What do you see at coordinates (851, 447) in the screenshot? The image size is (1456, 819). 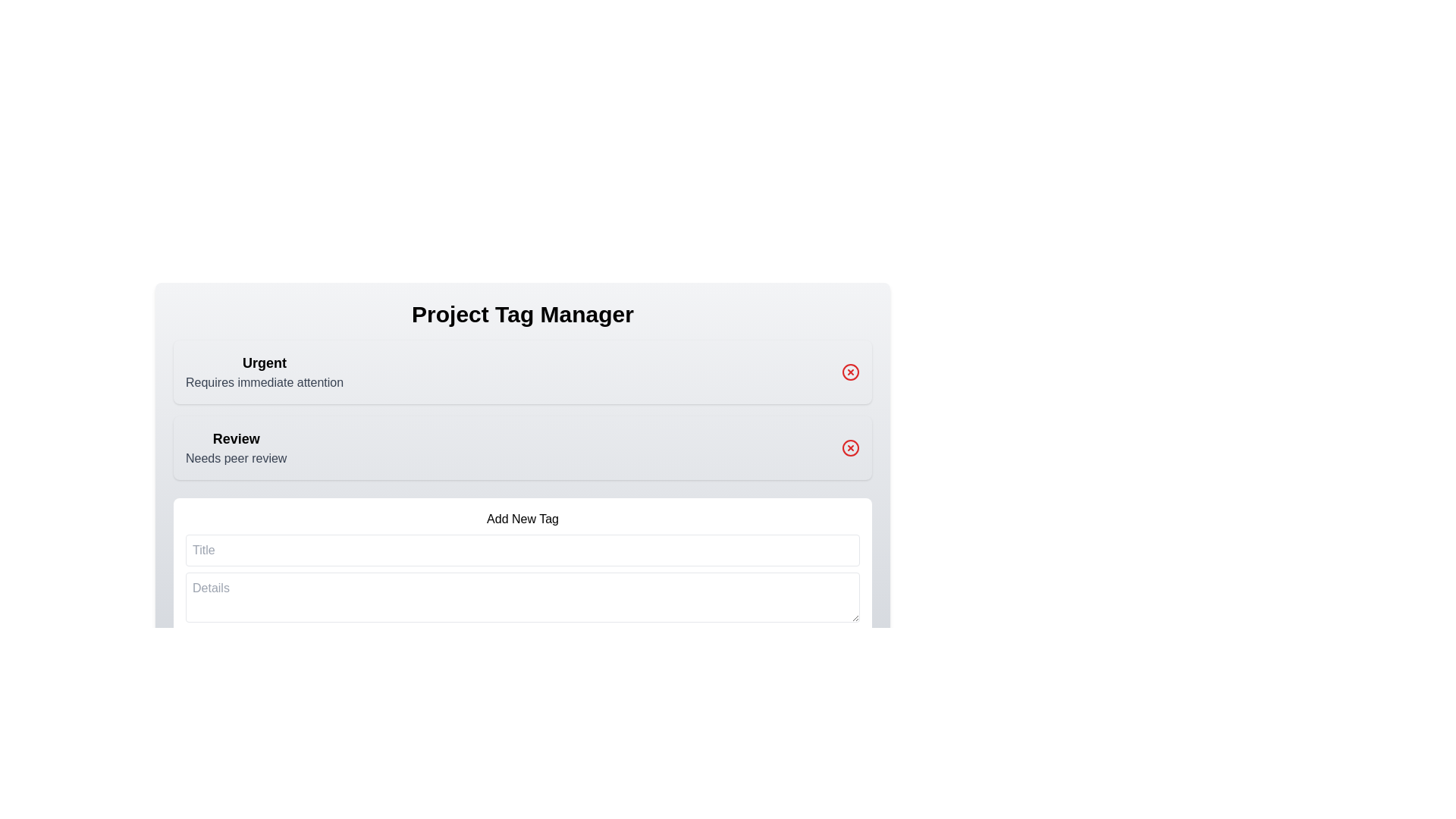 I see `the second close button located on the right side of the 'Review Needs peer review' section` at bounding box center [851, 447].